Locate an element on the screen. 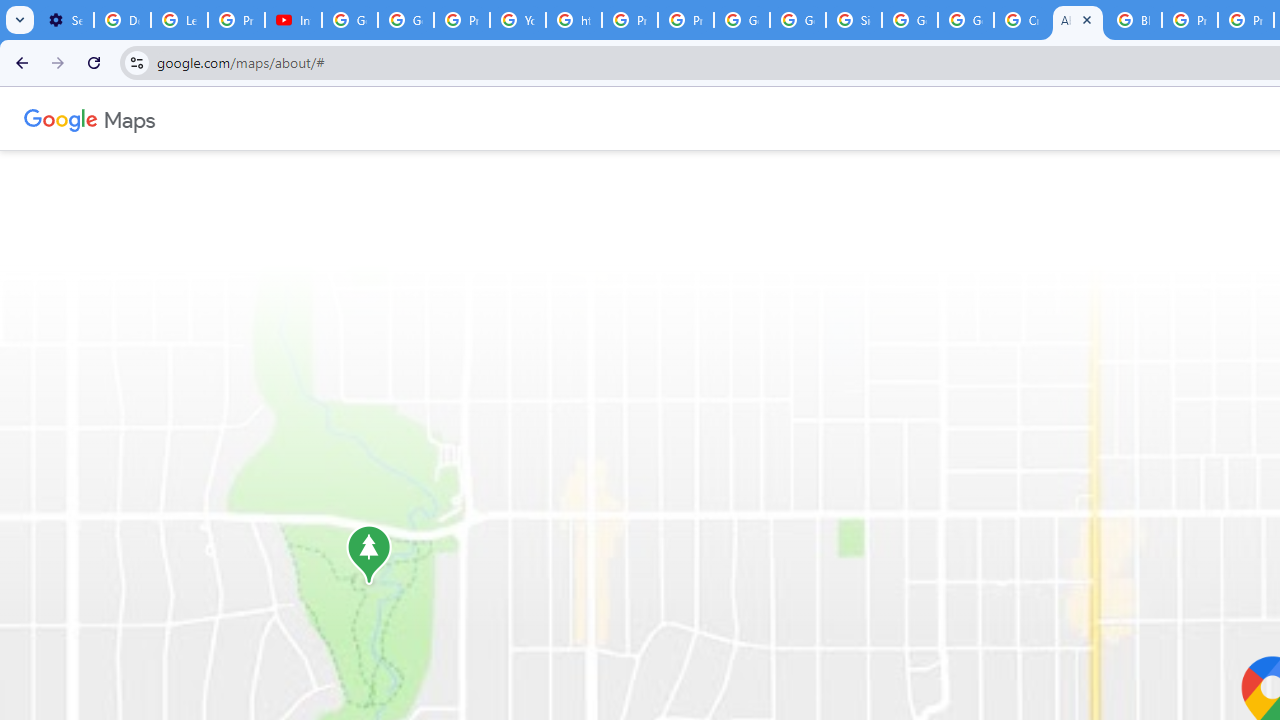  'Settings - Customize profile' is located at coordinates (65, 20).